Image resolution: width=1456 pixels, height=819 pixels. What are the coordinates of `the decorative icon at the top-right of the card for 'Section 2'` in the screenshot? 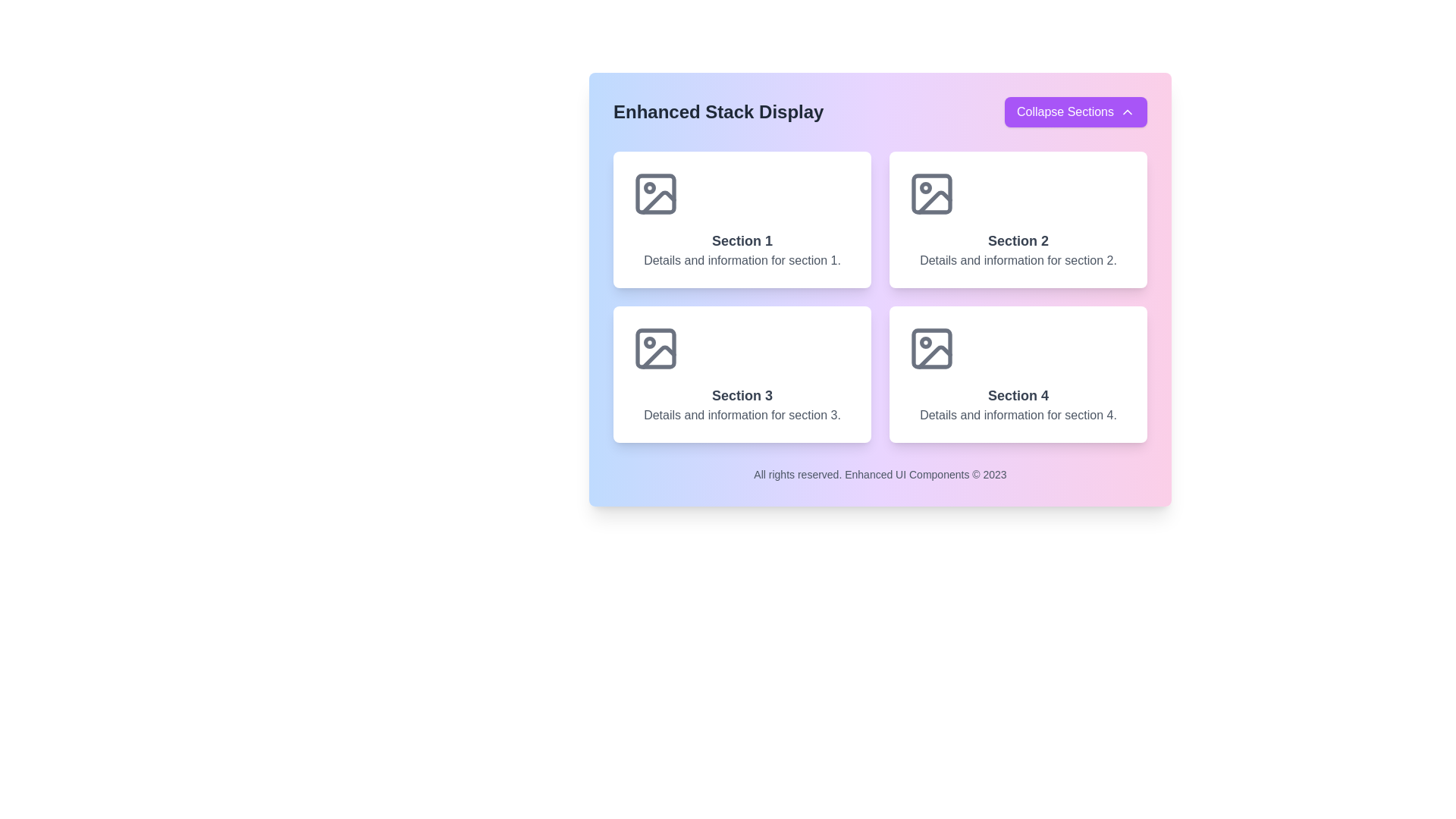 It's located at (930, 193).